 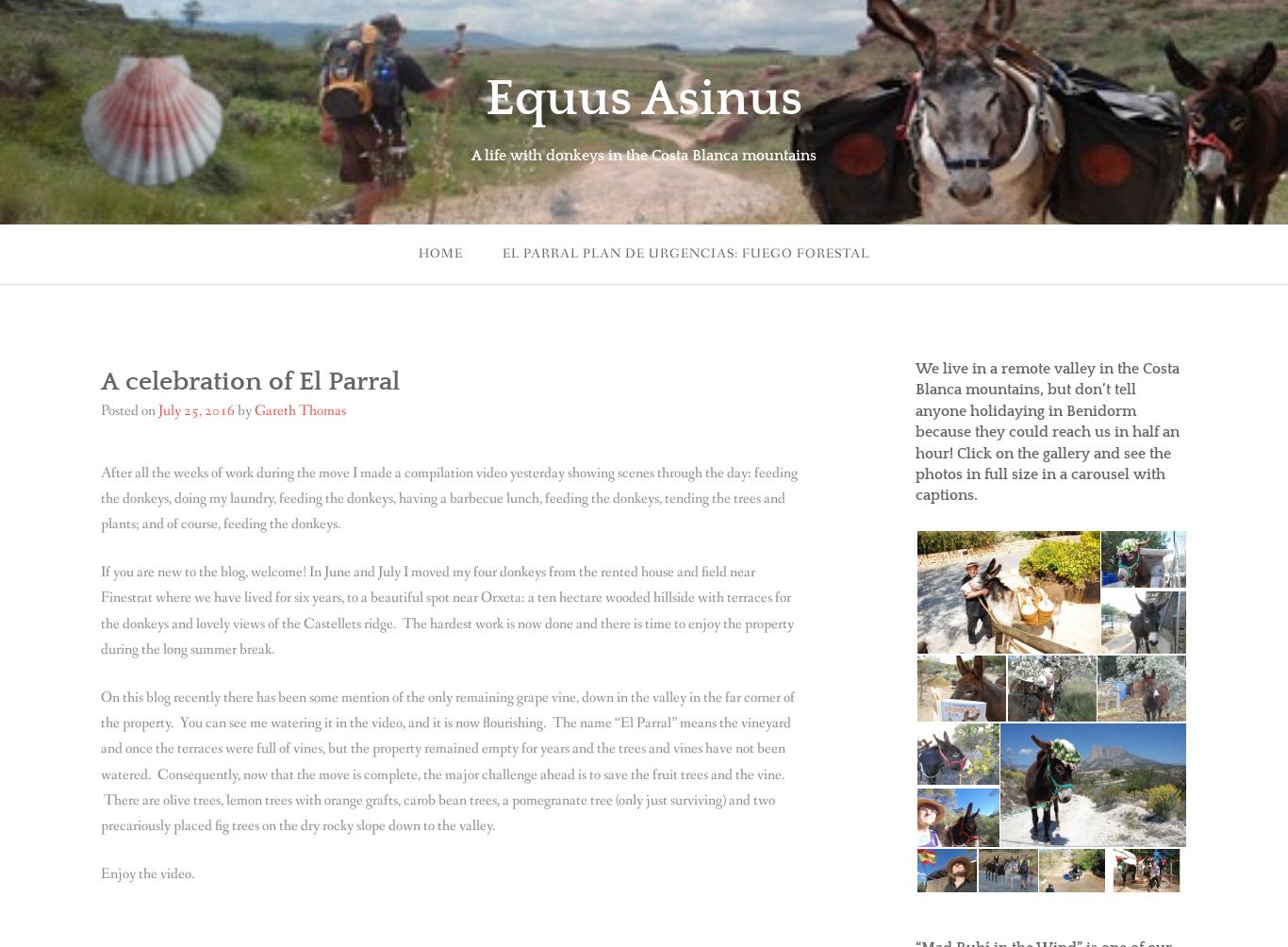 What do you see at coordinates (128, 408) in the screenshot?
I see `'Posted on'` at bounding box center [128, 408].